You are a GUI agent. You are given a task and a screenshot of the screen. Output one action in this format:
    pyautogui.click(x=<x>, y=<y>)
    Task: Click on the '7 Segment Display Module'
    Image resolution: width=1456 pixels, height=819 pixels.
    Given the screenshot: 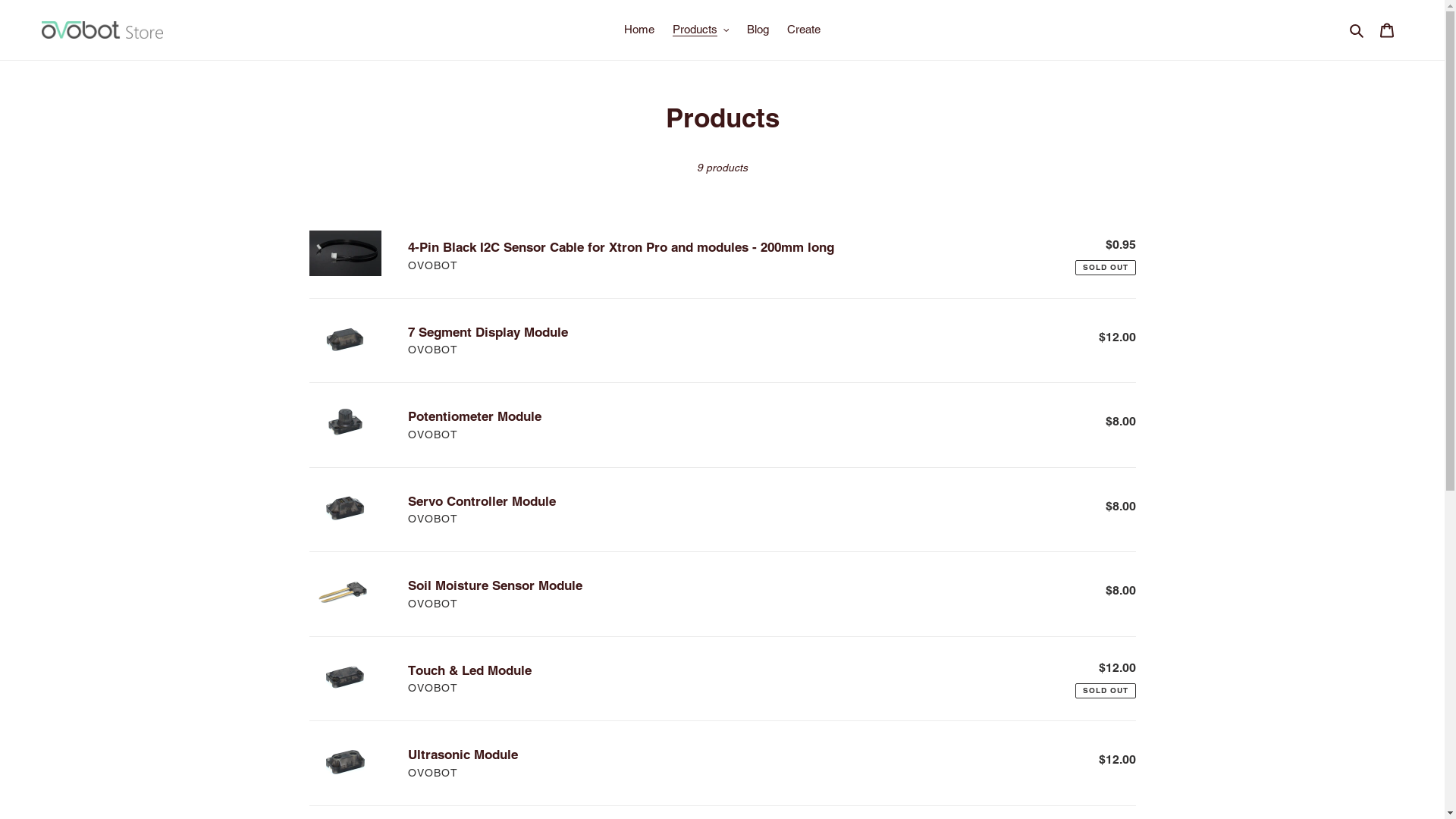 What is the action you would take?
    pyautogui.click(x=309, y=340)
    